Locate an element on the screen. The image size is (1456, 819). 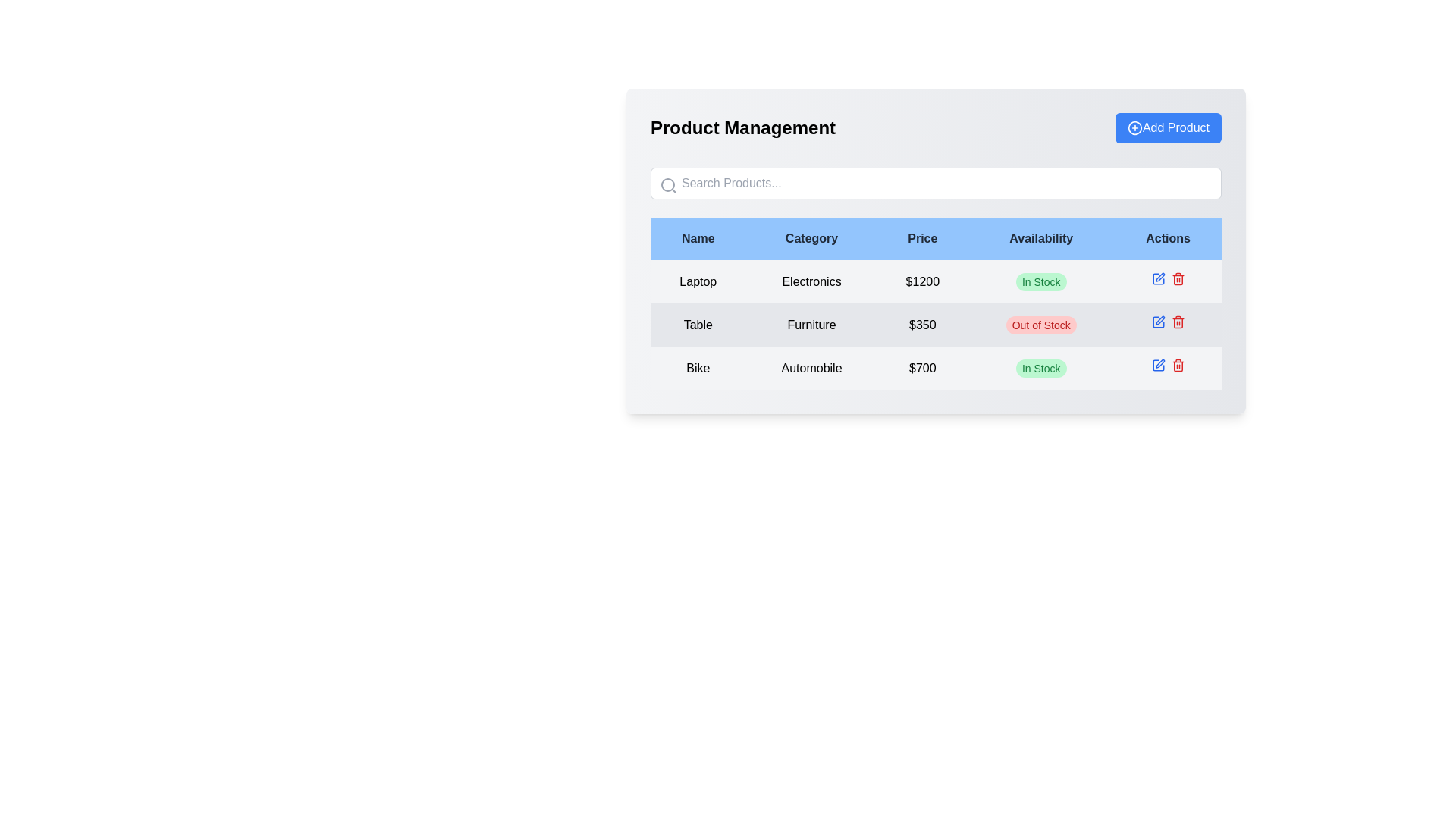
the Text badge indicating the availability status of the product 'Table' in the 'Availability' column of the table is located at coordinates (1040, 324).